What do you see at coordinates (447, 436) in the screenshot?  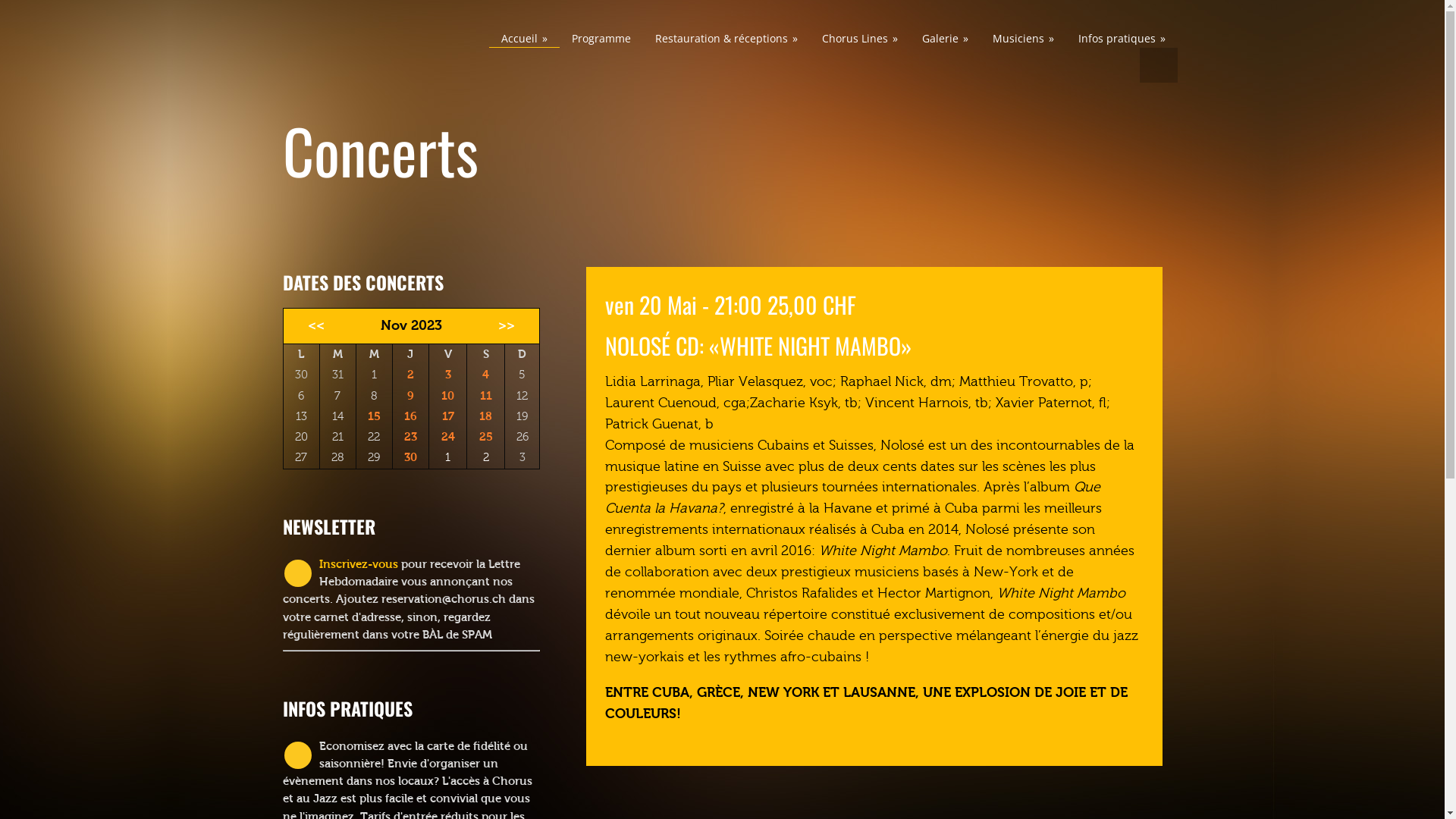 I see `'24'` at bounding box center [447, 436].